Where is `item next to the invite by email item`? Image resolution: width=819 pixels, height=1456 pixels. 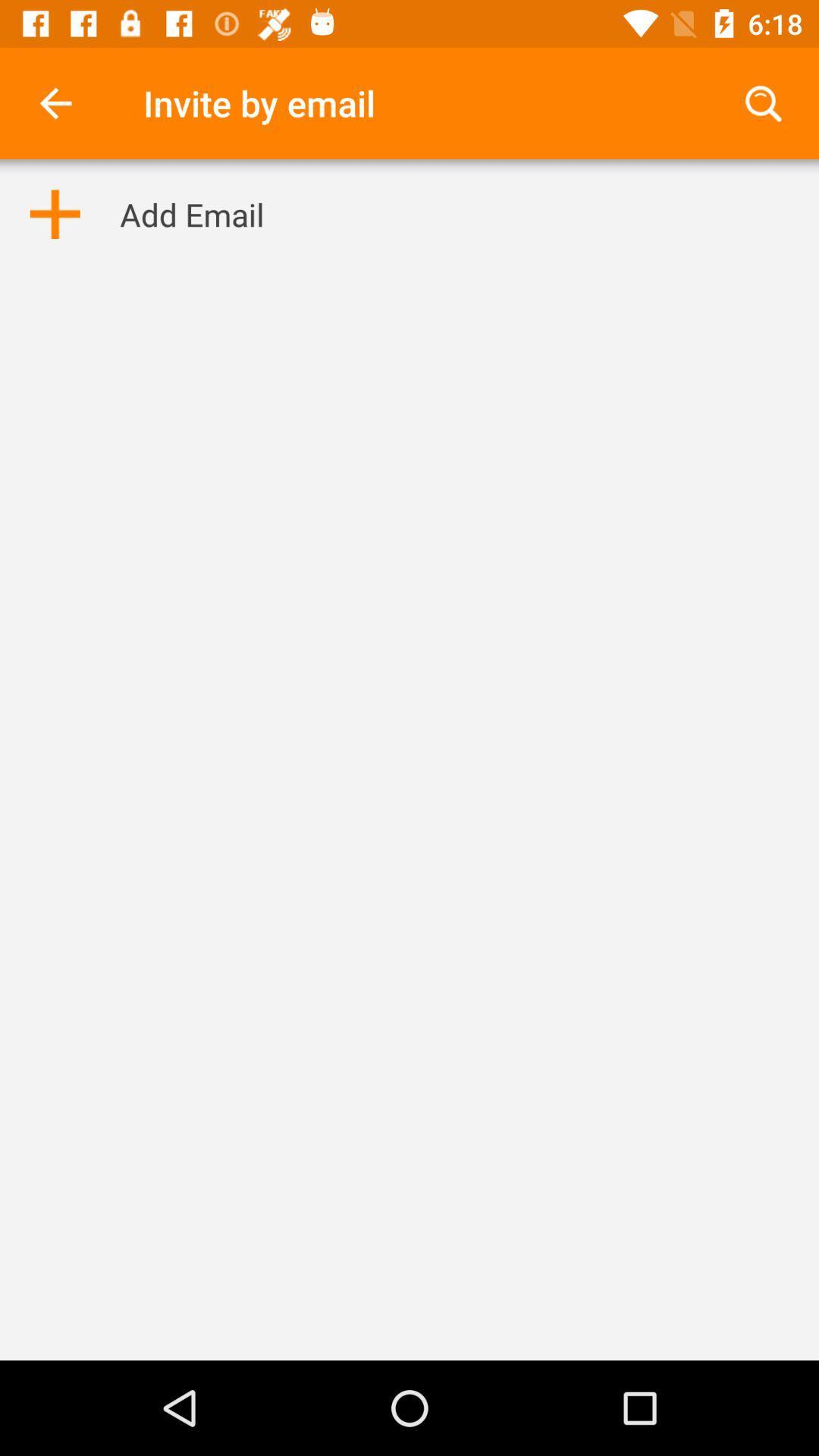
item next to the invite by email item is located at coordinates (55, 102).